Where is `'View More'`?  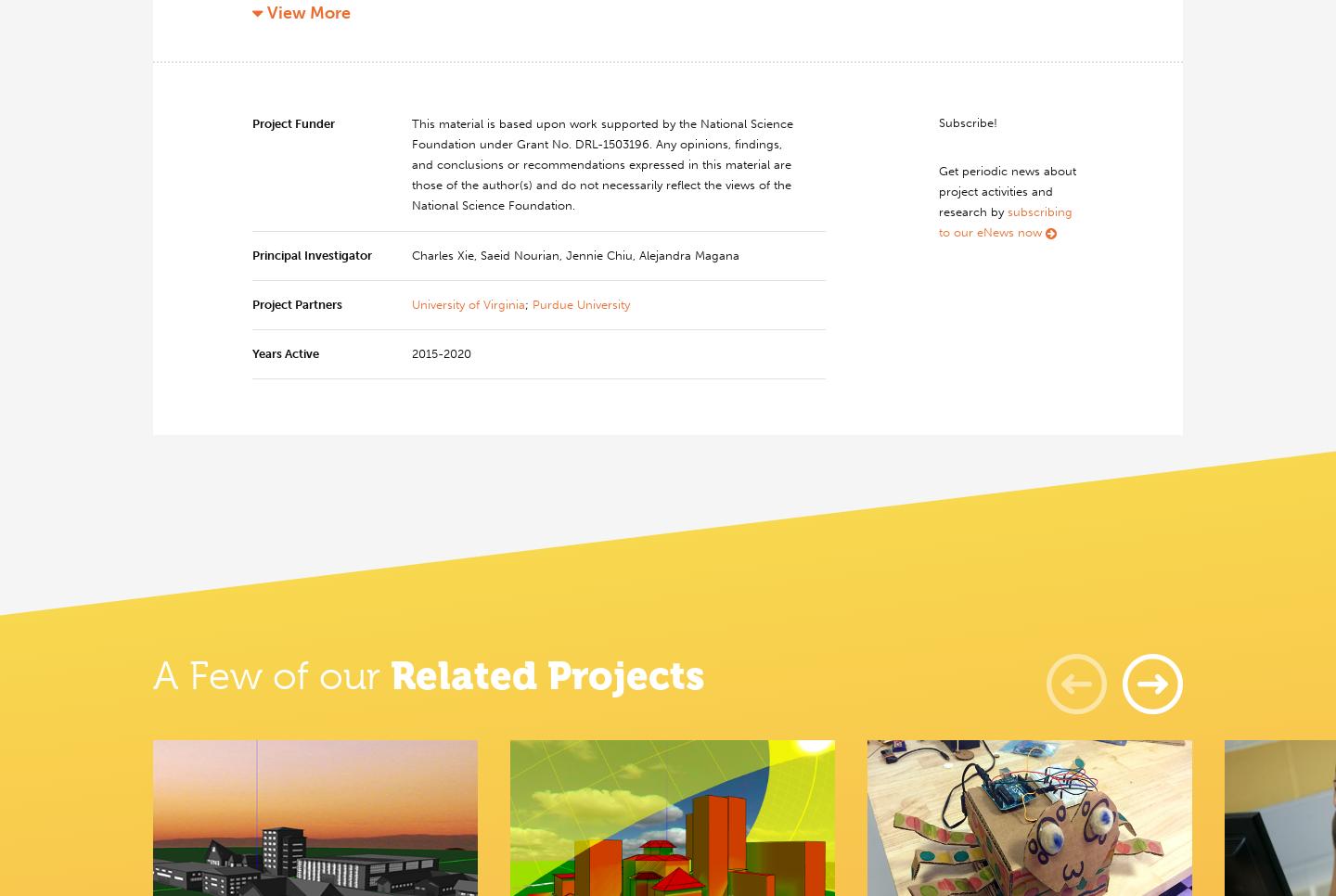 'View More' is located at coordinates (266, 12).